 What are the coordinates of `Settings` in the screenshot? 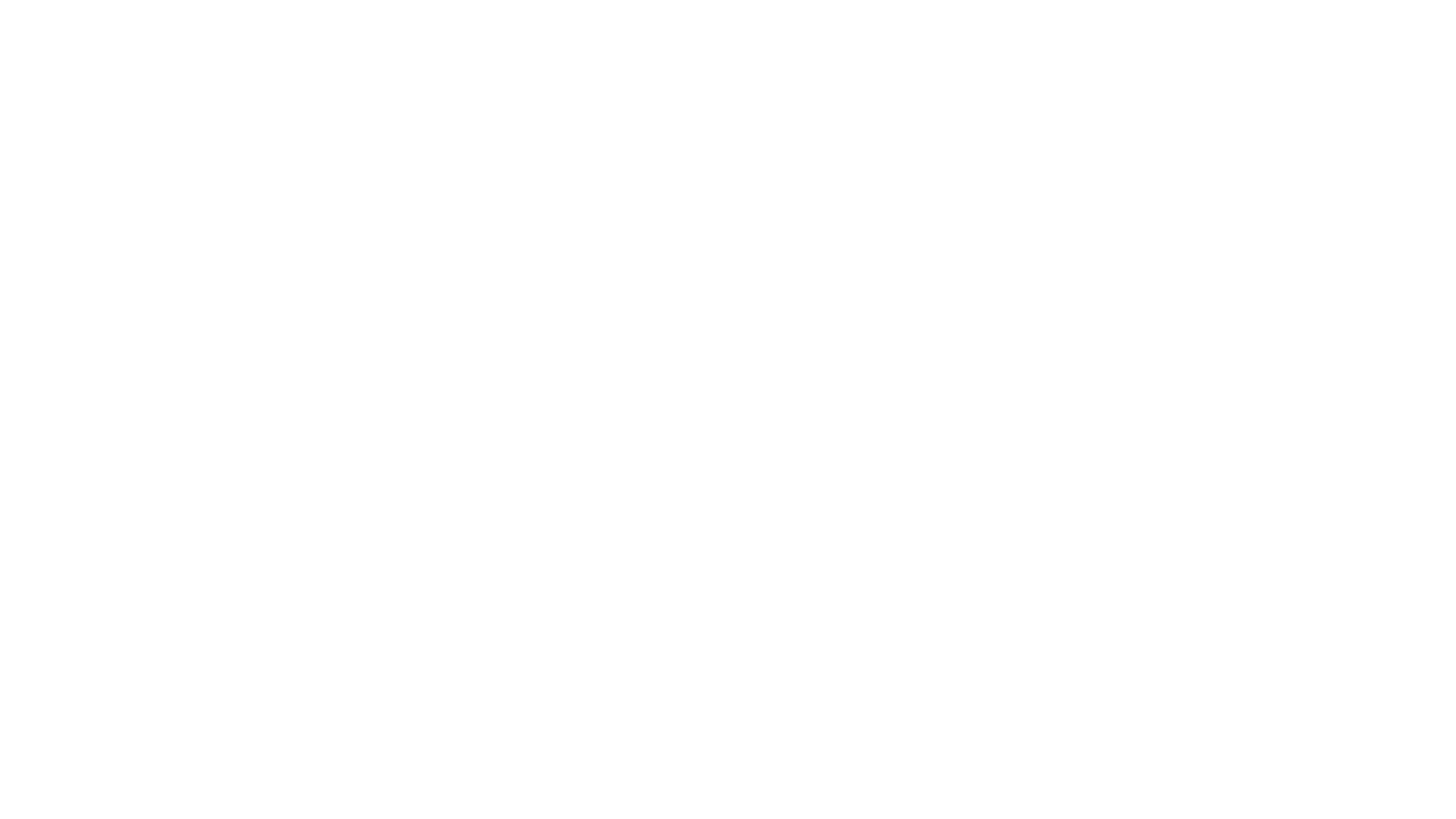 It's located at (1322, 794).